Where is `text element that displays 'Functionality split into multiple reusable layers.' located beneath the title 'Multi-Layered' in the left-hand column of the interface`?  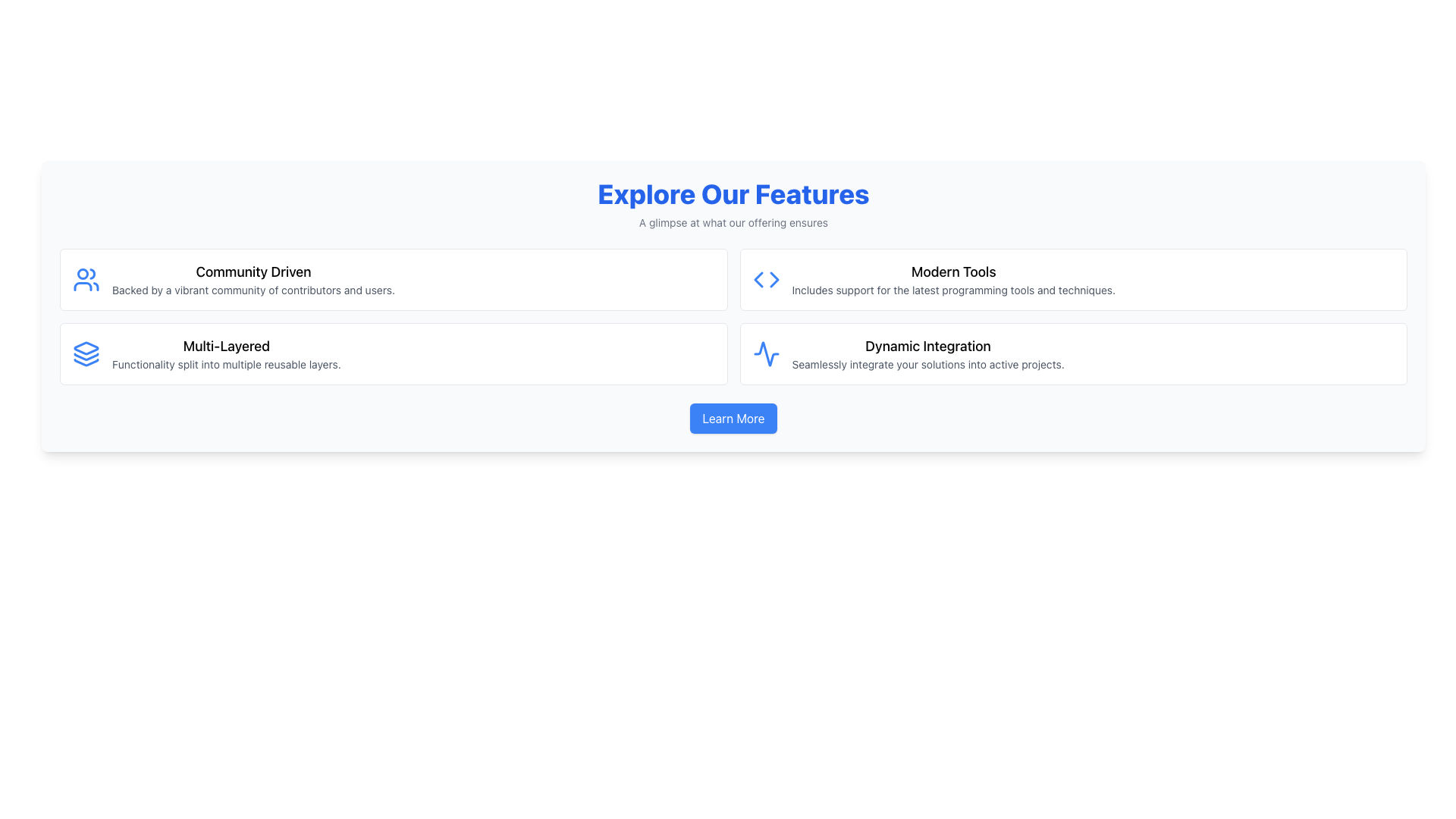 text element that displays 'Functionality split into multiple reusable layers.' located beneath the title 'Multi-Layered' in the left-hand column of the interface is located at coordinates (225, 365).